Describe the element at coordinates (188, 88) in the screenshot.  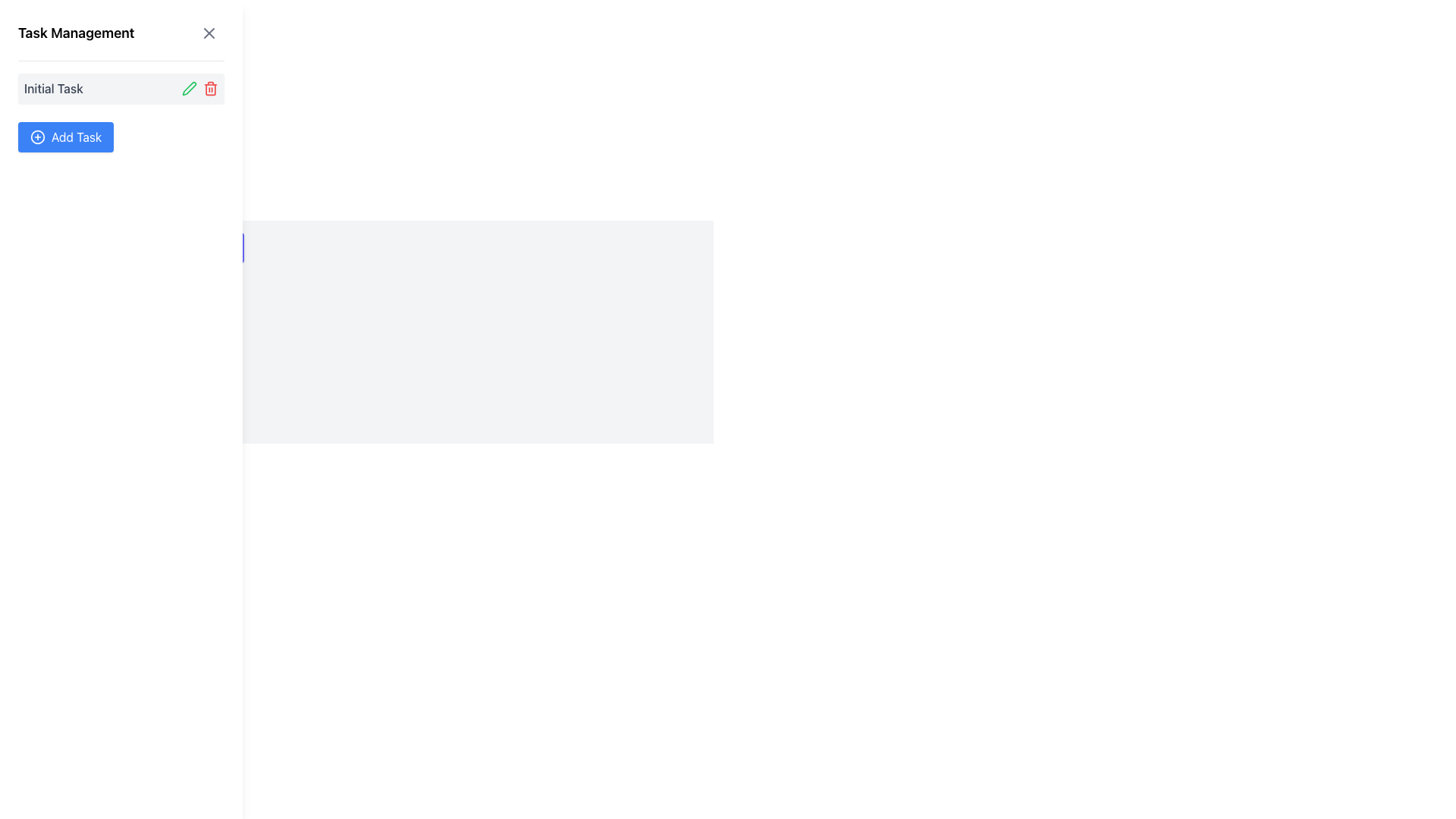
I see `the edit task icon button located in the 'Task Management' sidebar to the right of the 'Initial Task' label` at that location.